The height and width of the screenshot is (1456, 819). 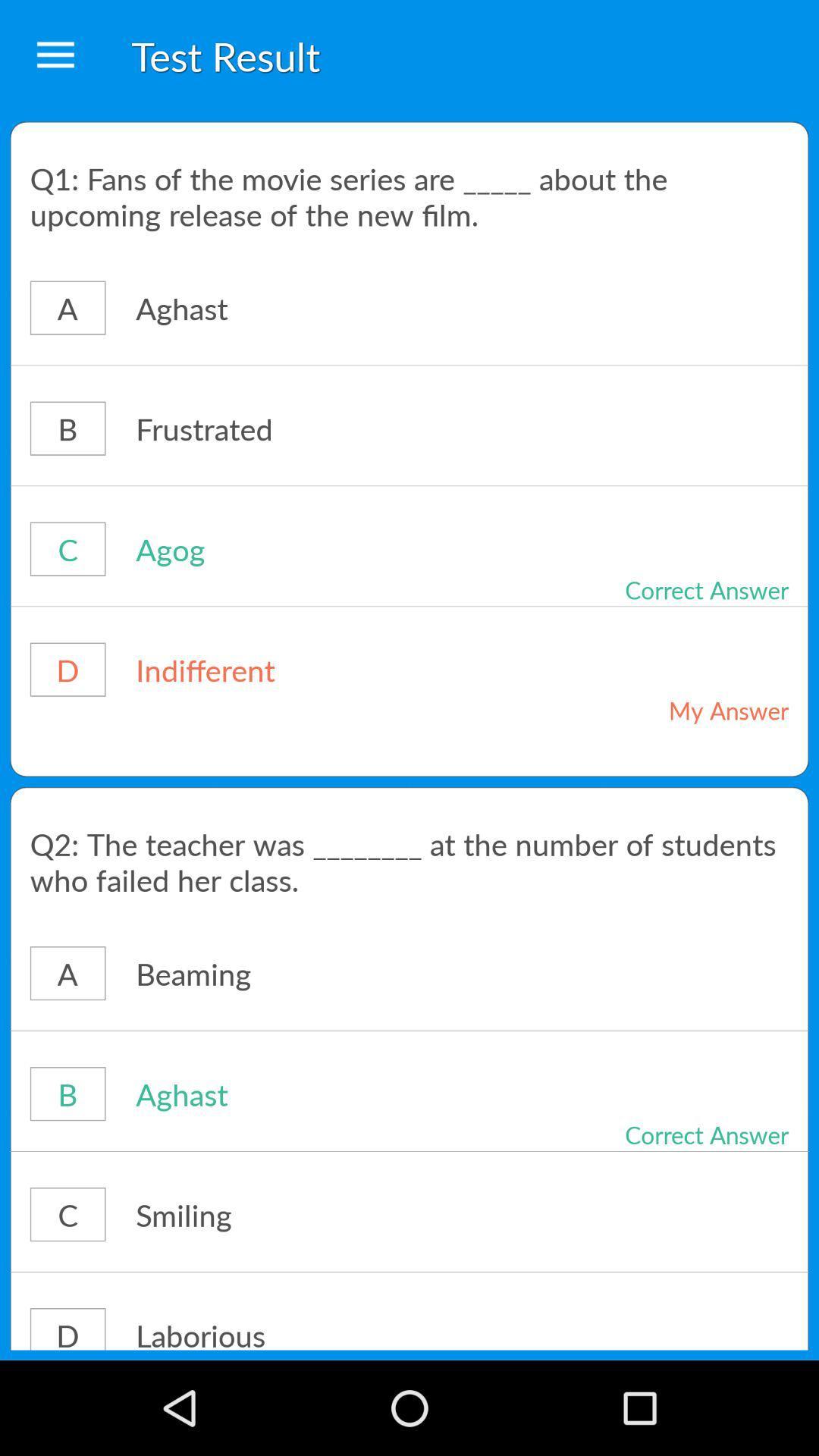 I want to click on the frustrated icon, so click(x=313, y=428).